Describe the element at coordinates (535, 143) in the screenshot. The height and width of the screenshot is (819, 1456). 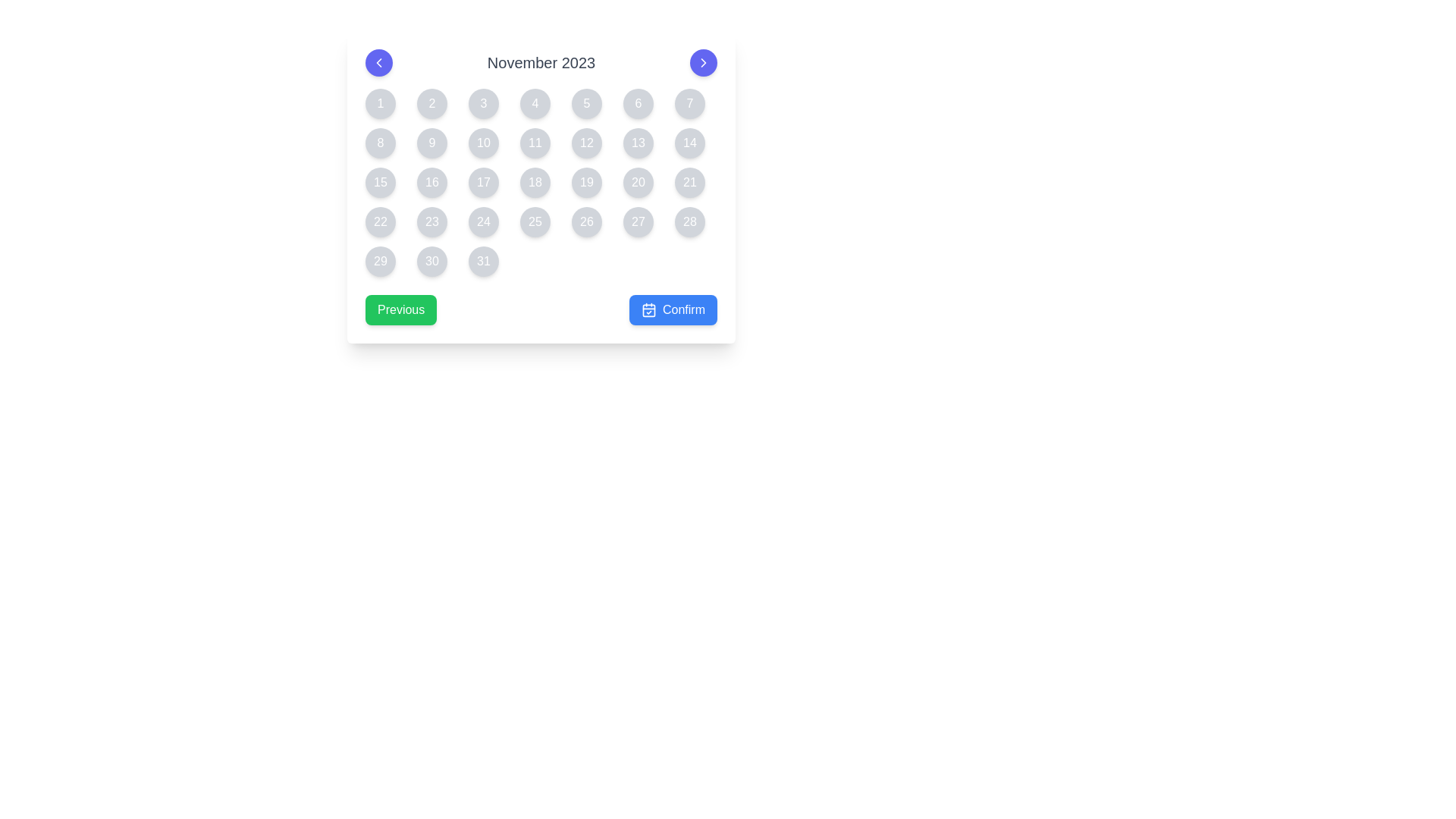
I see `the circular button with a gray background and the number '11' in white font` at that location.